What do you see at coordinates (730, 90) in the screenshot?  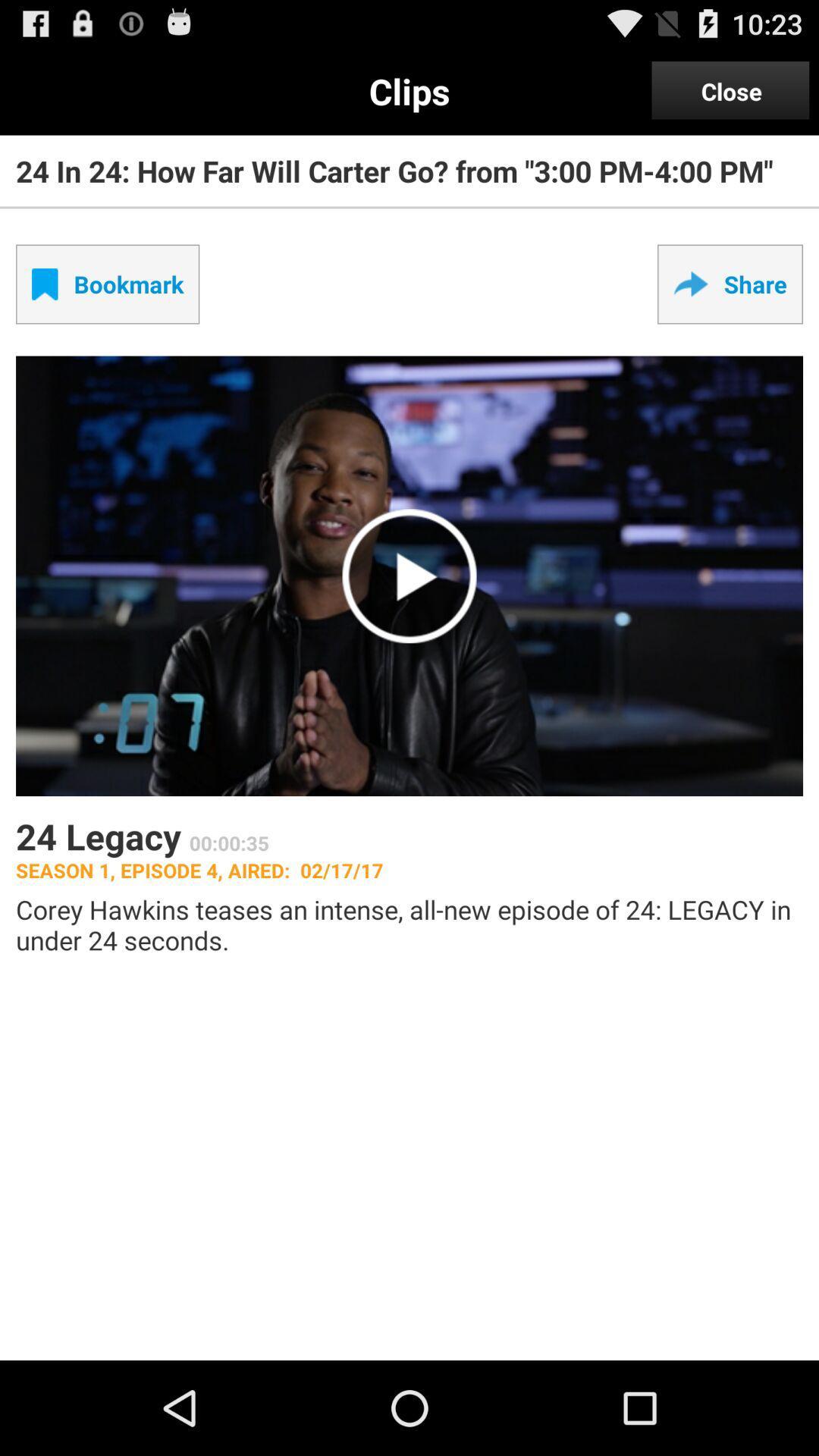 I see `the close button` at bounding box center [730, 90].